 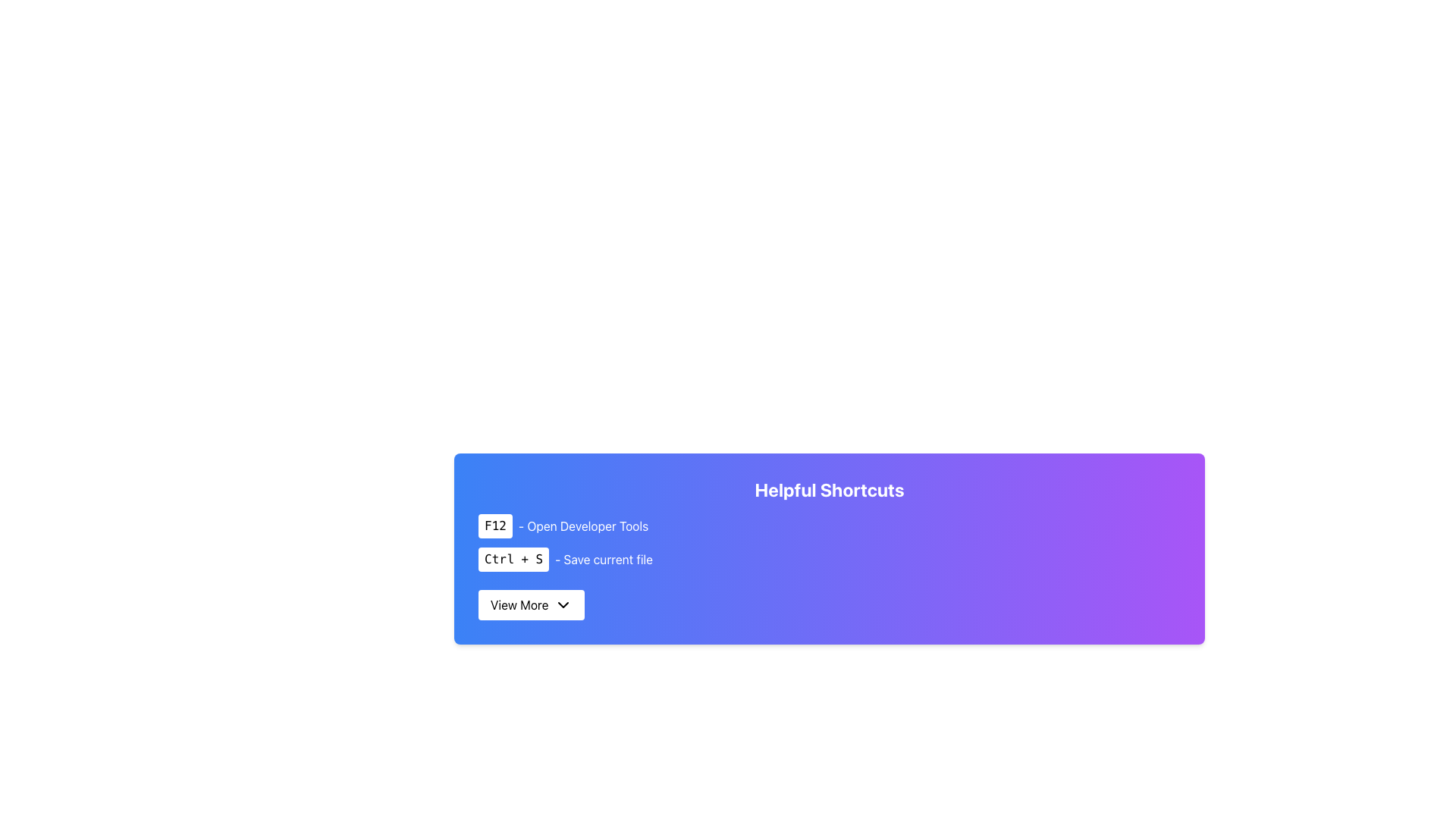 What do you see at coordinates (513, 559) in the screenshot?
I see `the text block styled as a badge indicating the keyboard shortcut 'Ctrl + S', which is positioned in the second row of shortcuts between 'F12 - Open Developer Tools' and 'View More'` at bounding box center [513, 559].